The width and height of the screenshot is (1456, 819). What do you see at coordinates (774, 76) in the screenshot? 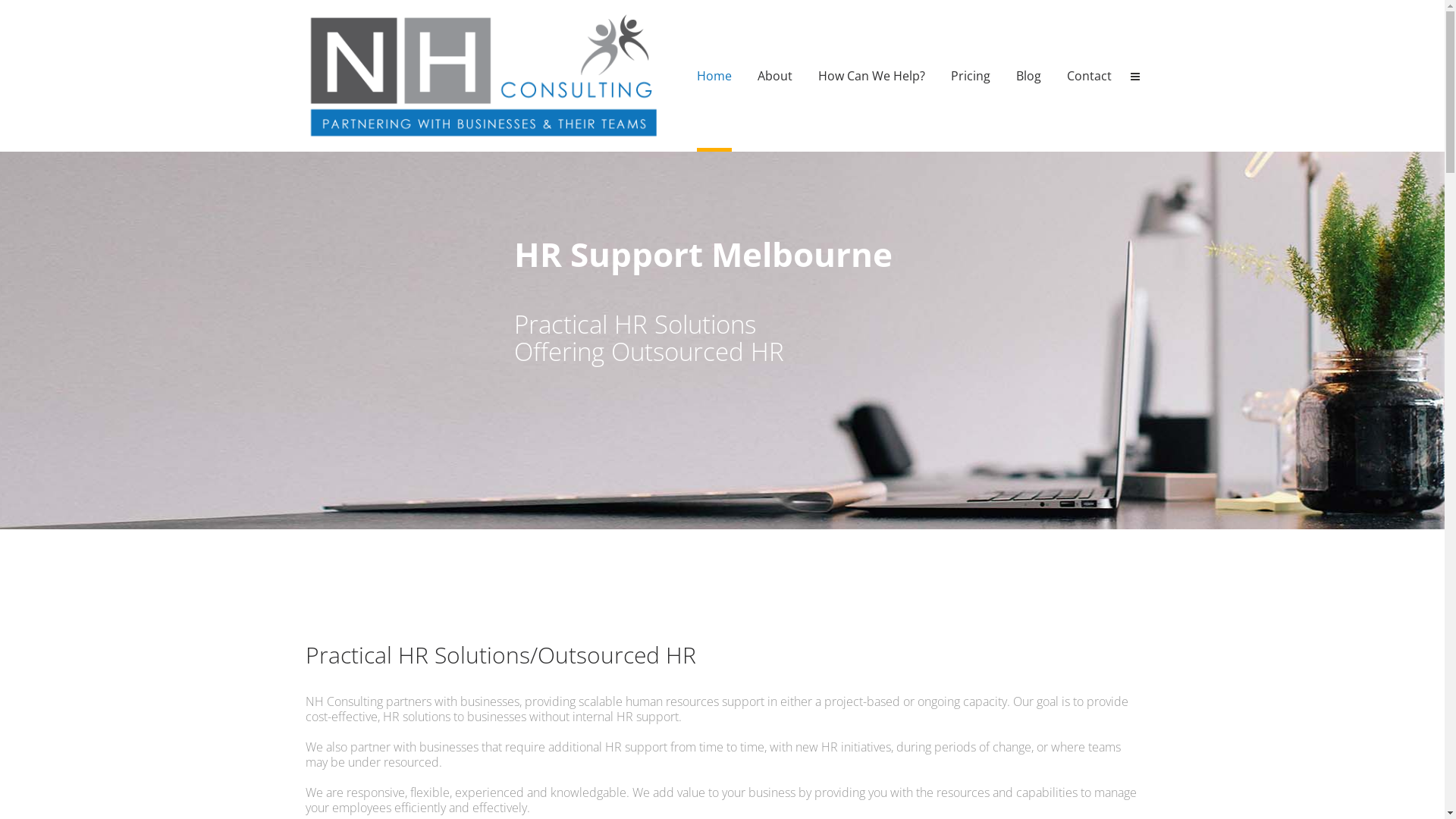
I see `'About'` at bounding box center [774, 76].